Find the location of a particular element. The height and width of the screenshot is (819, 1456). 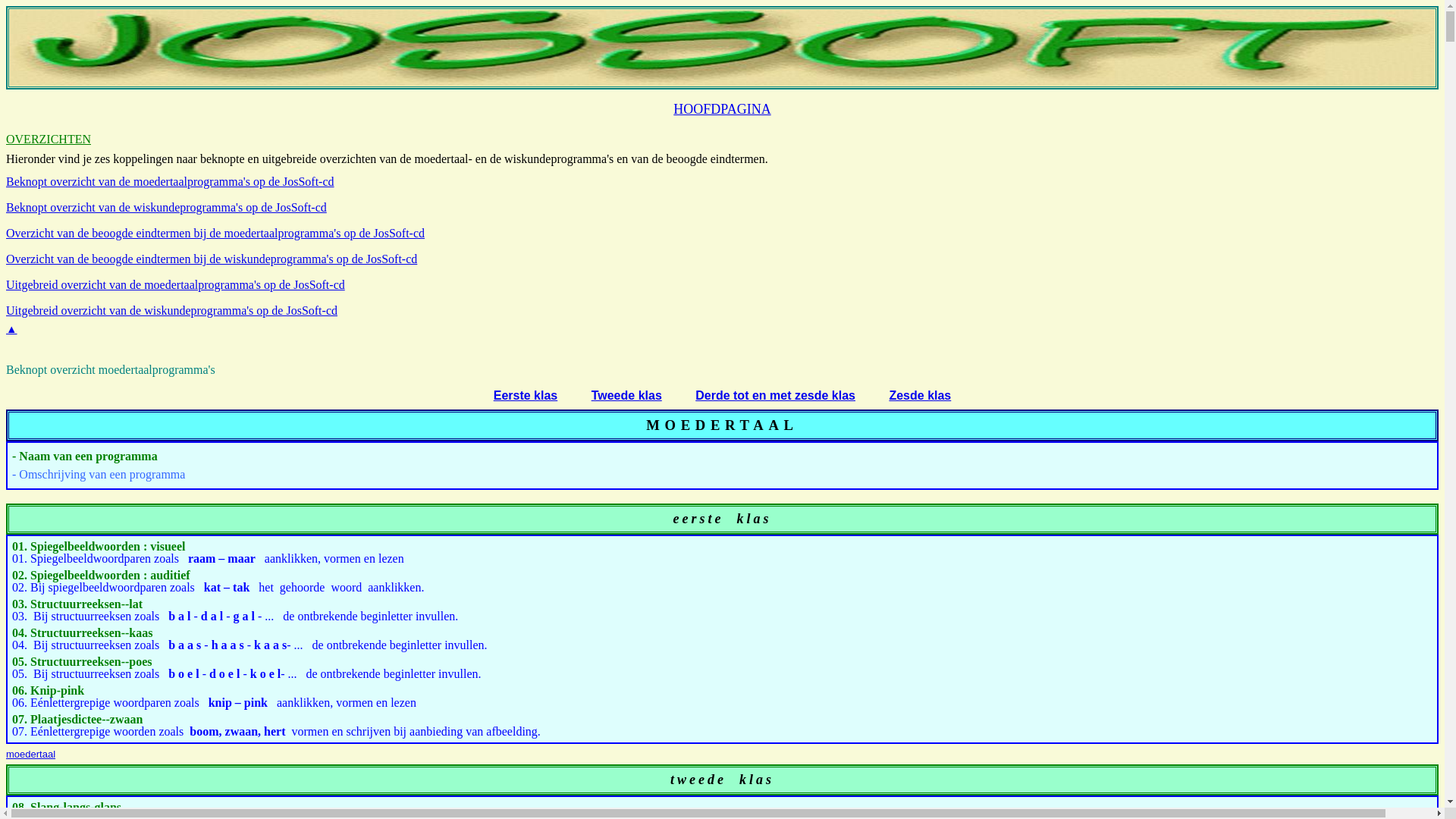

'Eerste klas' is located at coordinates (494, 394).